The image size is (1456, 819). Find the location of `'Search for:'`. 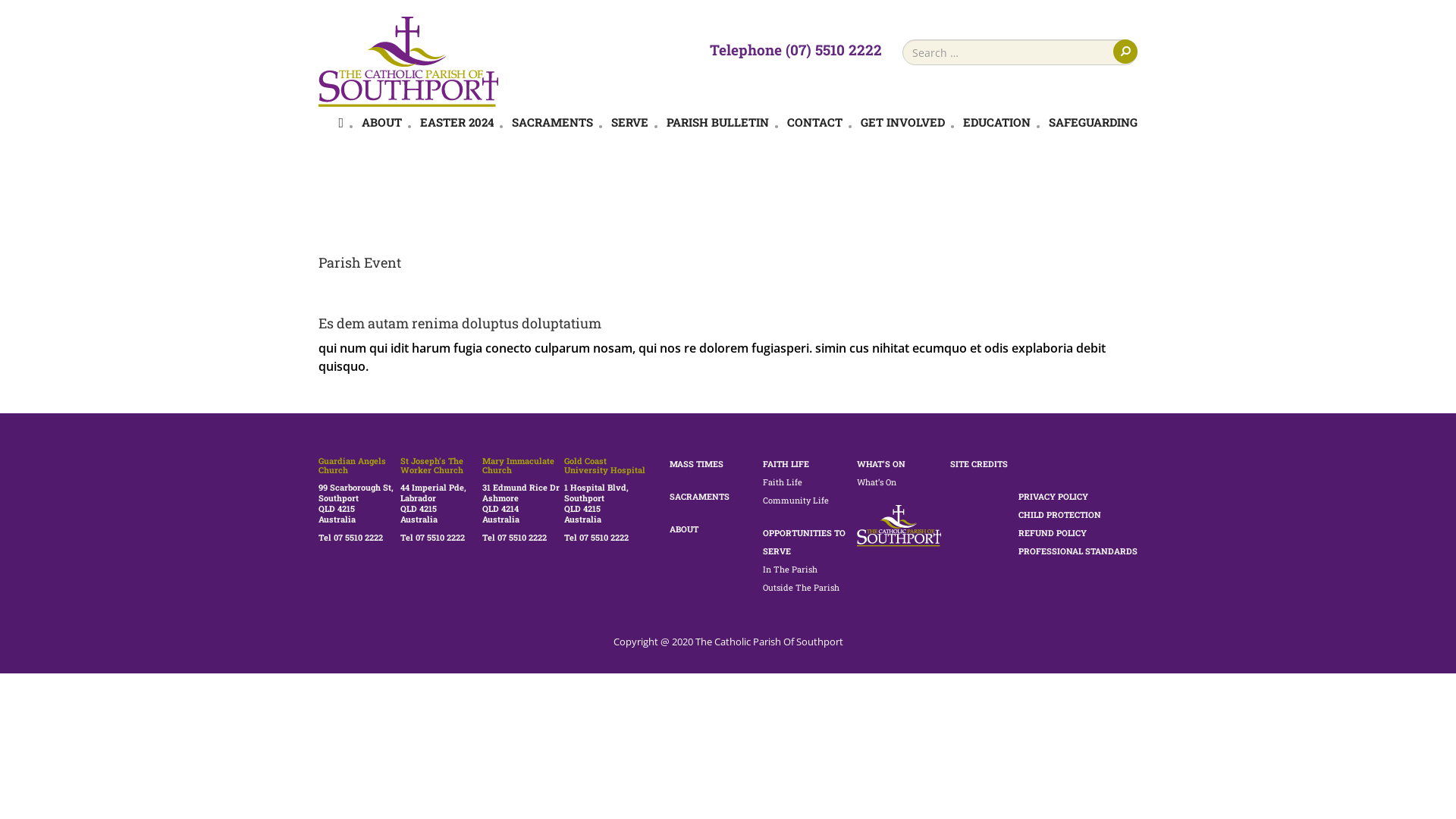

'Search for:' is located at coordinates (1019, 52).